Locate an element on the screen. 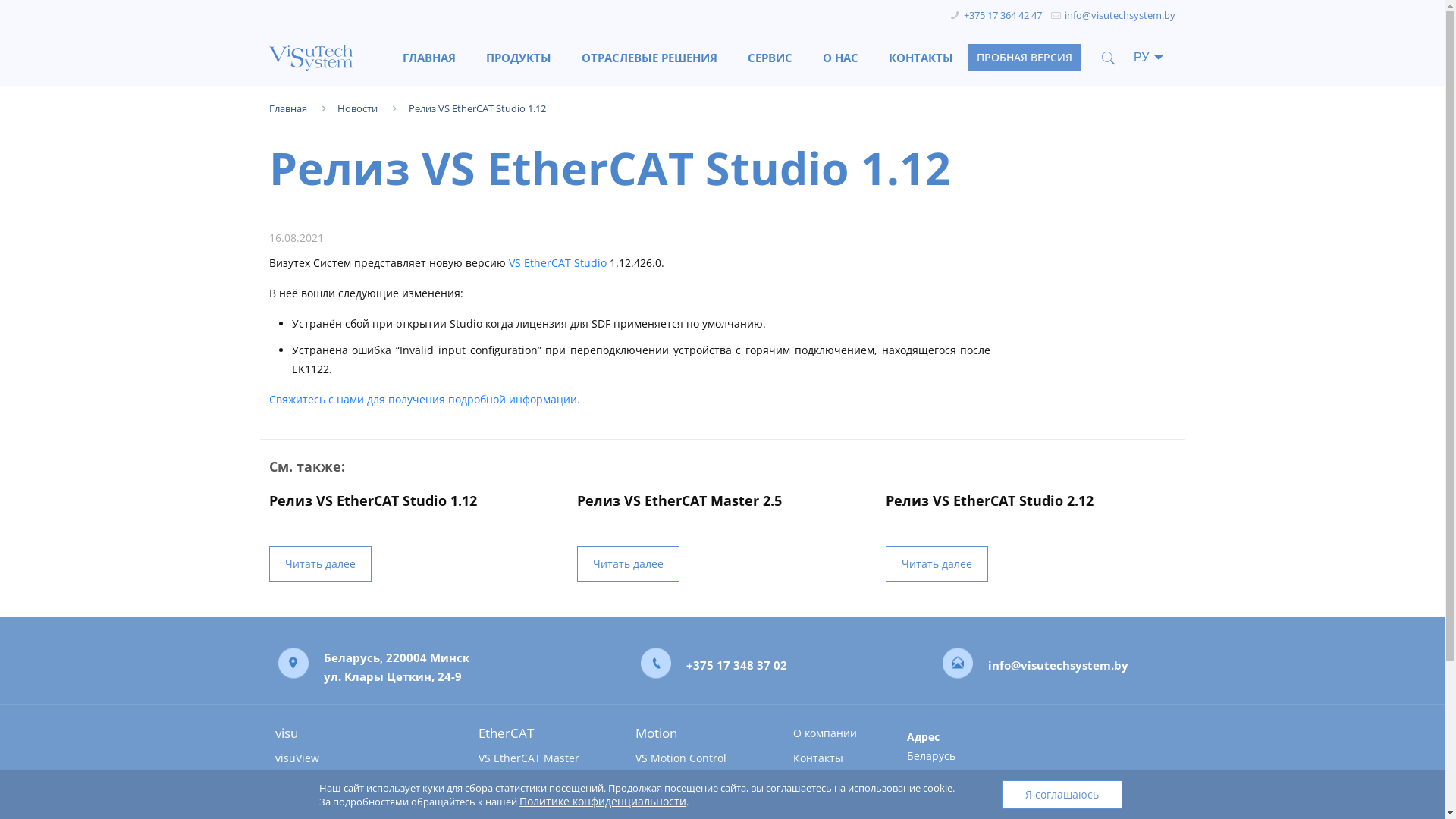 This screenshot has width=1456, height=819. 'VS EtherCAT Master' is located at coordinates (539, 758).